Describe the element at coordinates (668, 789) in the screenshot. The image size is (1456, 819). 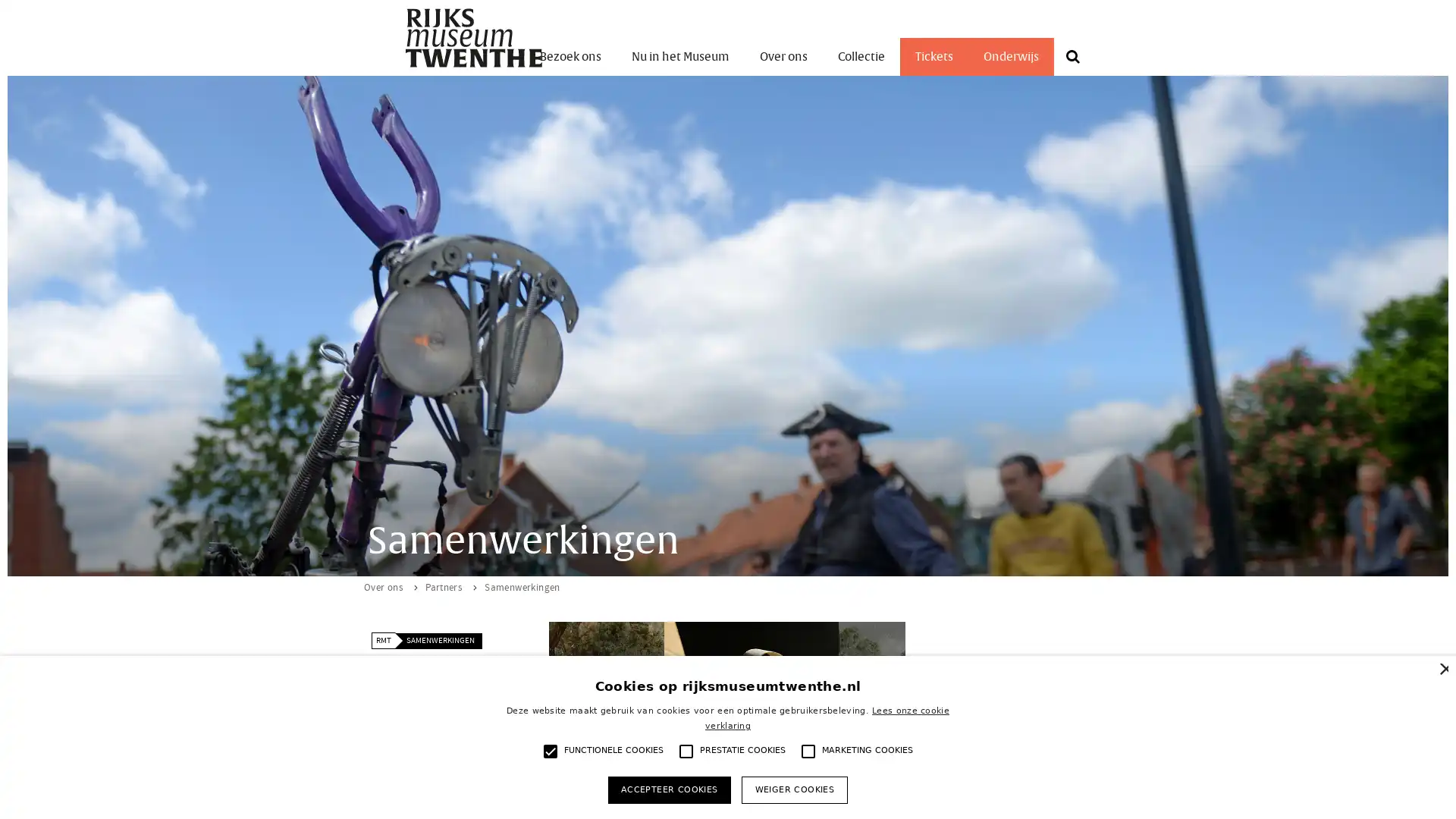
I see `ACCEPTEER COOKIES` at that location.